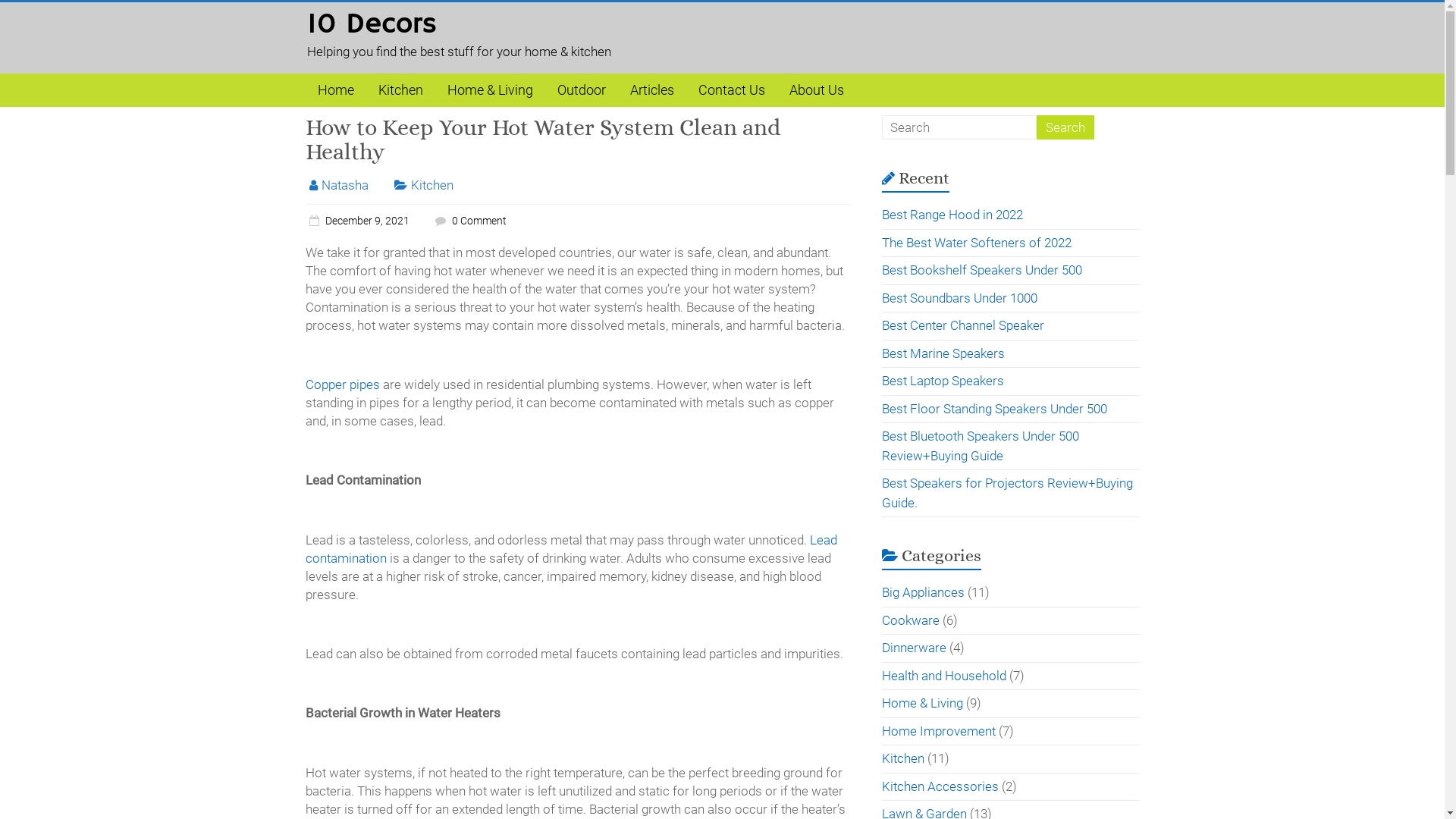 The width and height of the screenshot is (1456, 819). Describe the element at coordinates (341, 383) in the screenshot. I see `'Copper pipes'` at that location.